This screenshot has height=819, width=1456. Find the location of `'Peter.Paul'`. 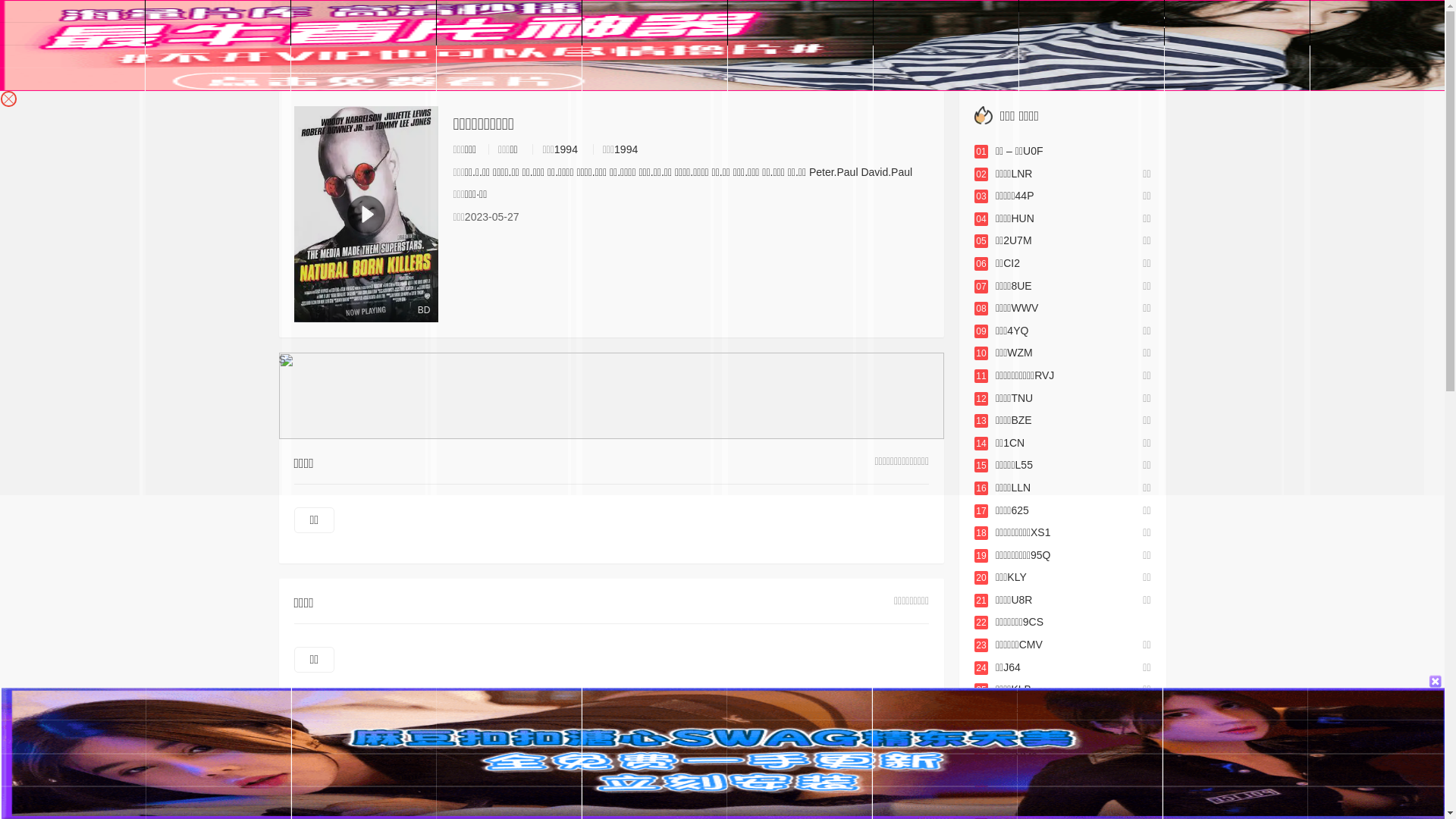

'Peter.Paul' is located at coordinates (833, 171).